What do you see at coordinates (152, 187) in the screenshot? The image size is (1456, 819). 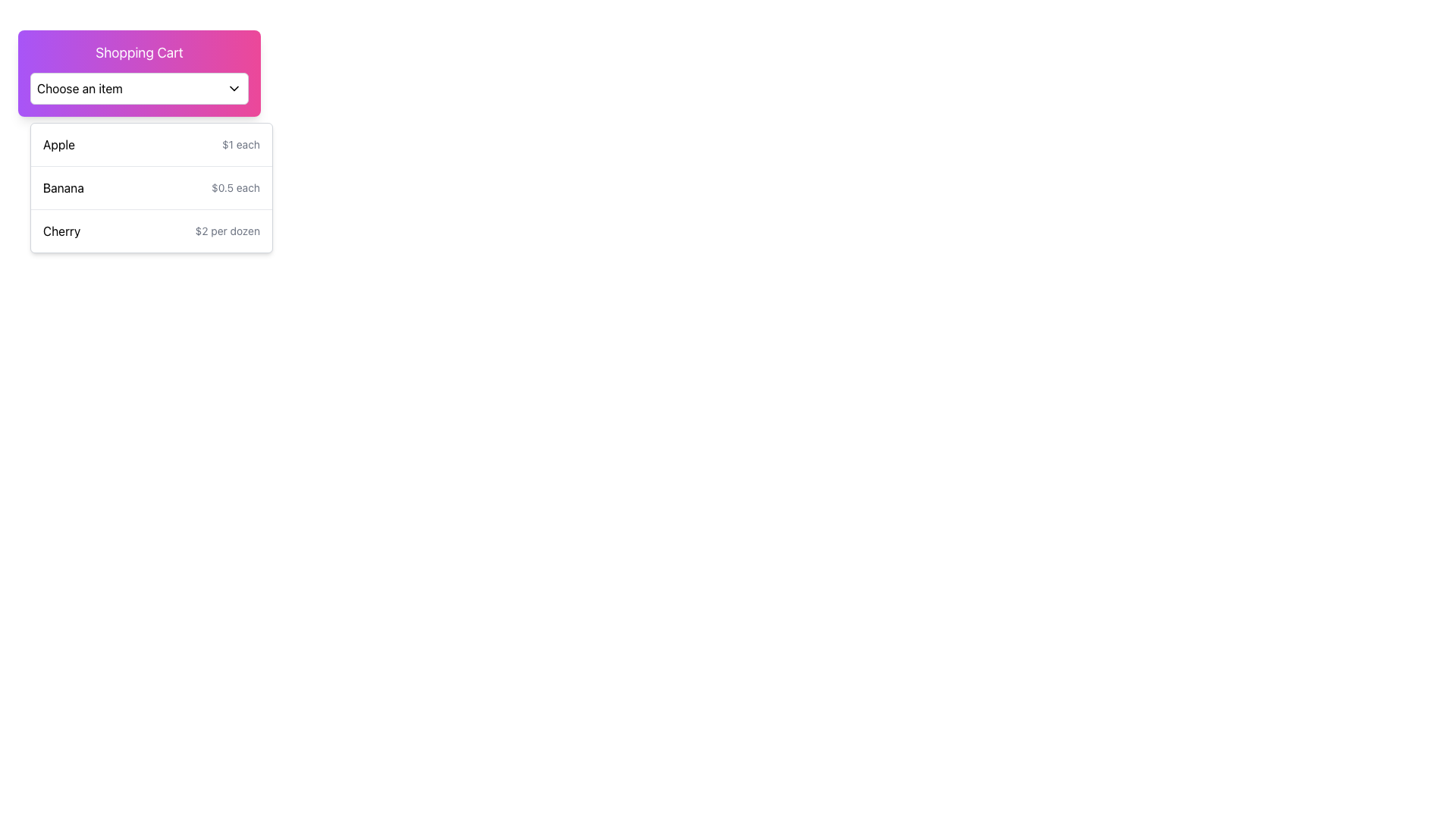 I see `the second item in the dropdown list, which is located below the 'Apple' row and above the 'Cherry' row` at bounding box center [152, 187].